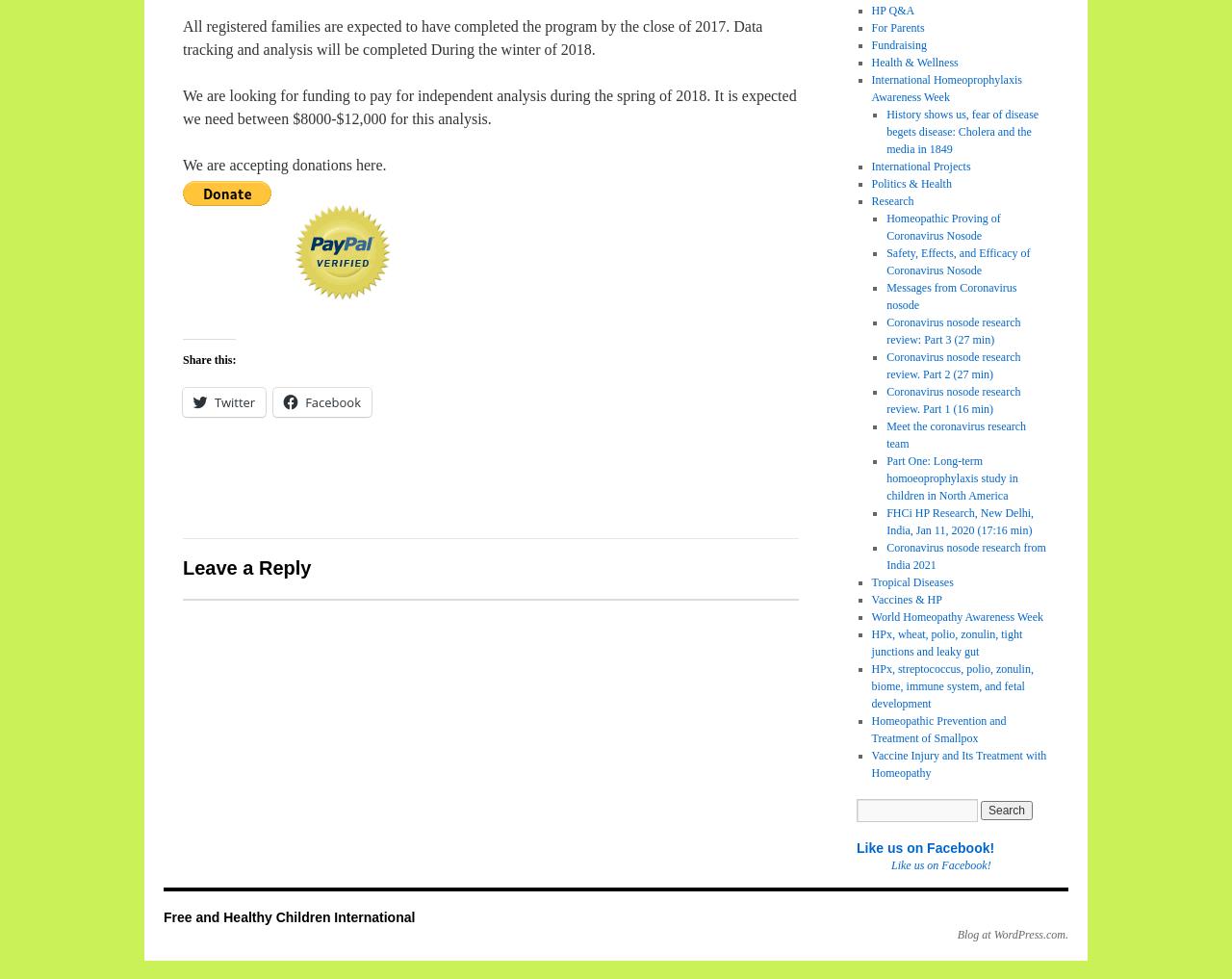  I want to click on 'Free and Healthy Children International', so click(288, 916).